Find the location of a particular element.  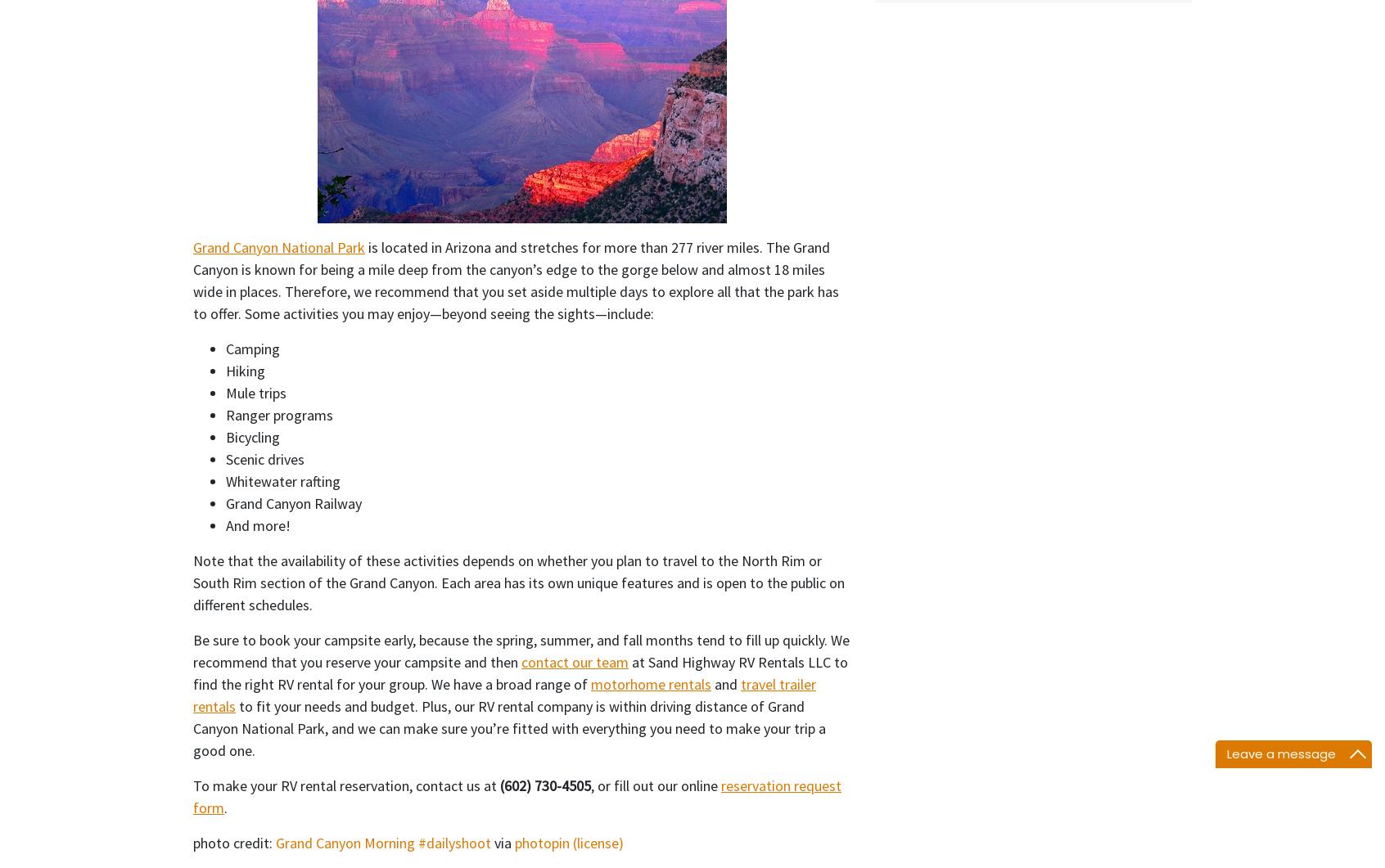

', or fill out our online' is located at coordinates (656, 784).